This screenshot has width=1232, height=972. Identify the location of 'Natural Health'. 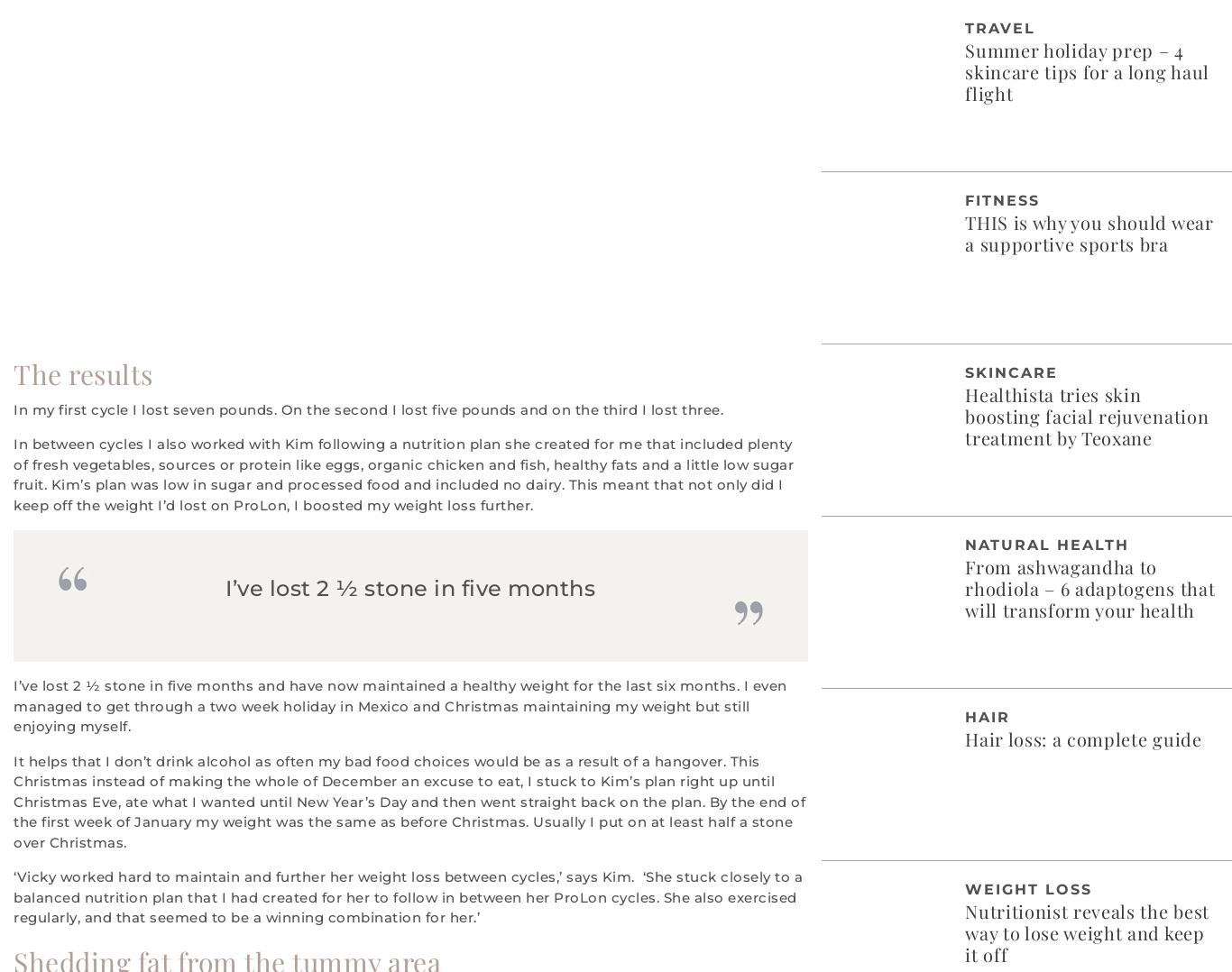
(1046, 544).